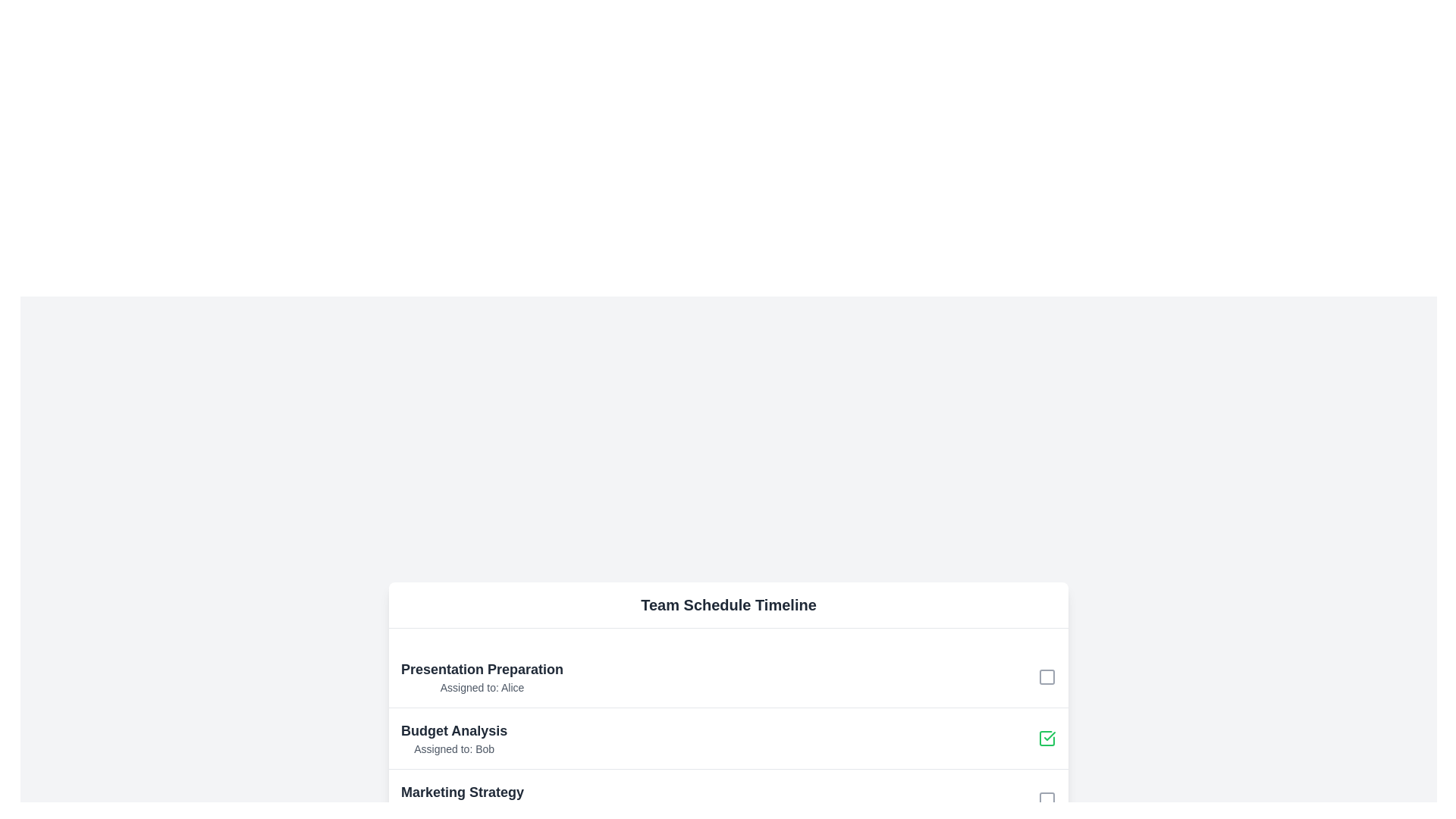  What do you see at coordinates (461, 798) in the screenshot?
I see `the card area of the task Marketing Strategy` at bounding box center [461, 798].